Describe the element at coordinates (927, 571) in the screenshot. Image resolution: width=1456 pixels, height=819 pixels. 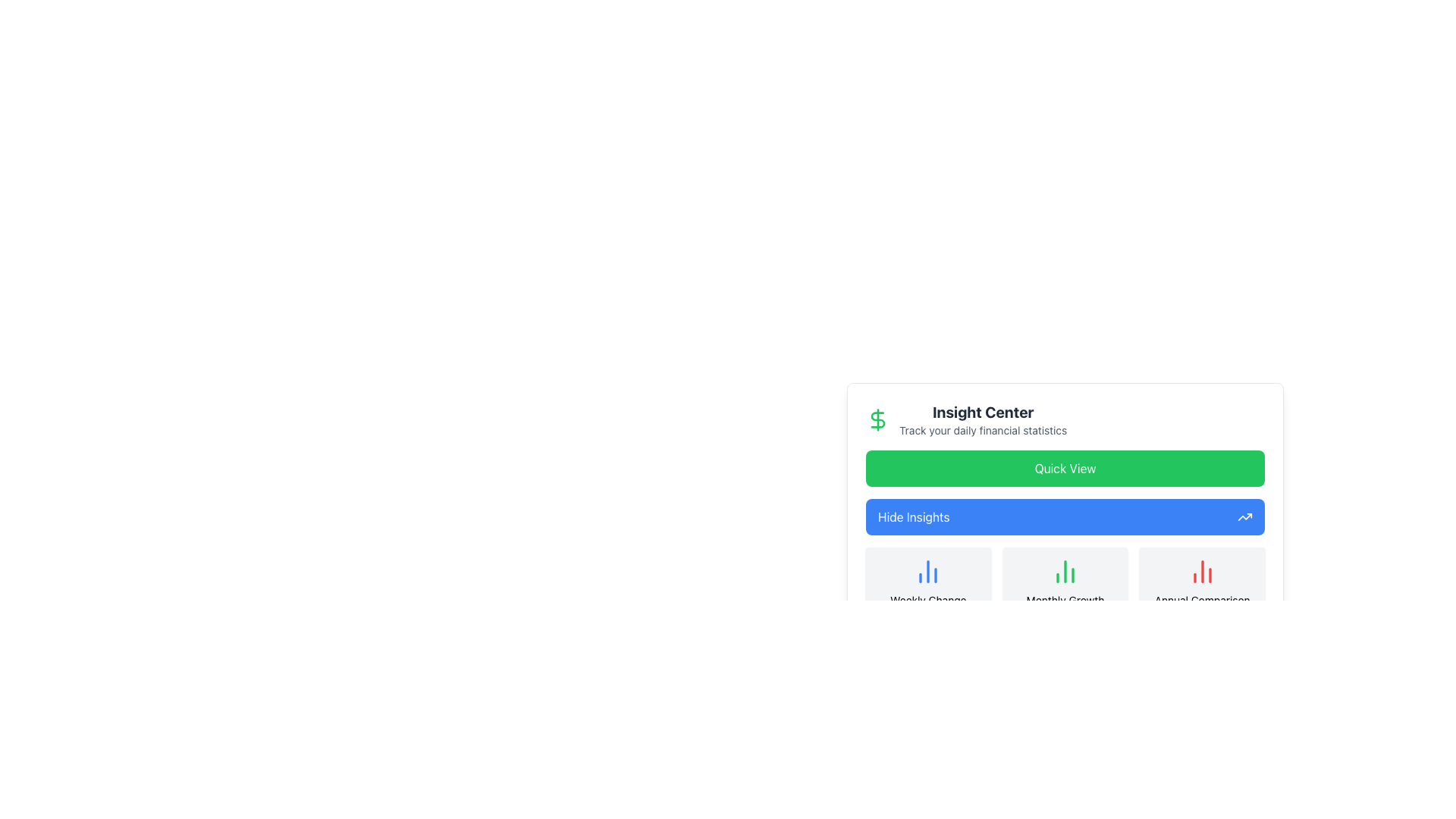
I see `the bar chart icon, which is a blue icon consisting of three vertical bars with rounded edges, located above the text 'Weekly Change'` at that location.